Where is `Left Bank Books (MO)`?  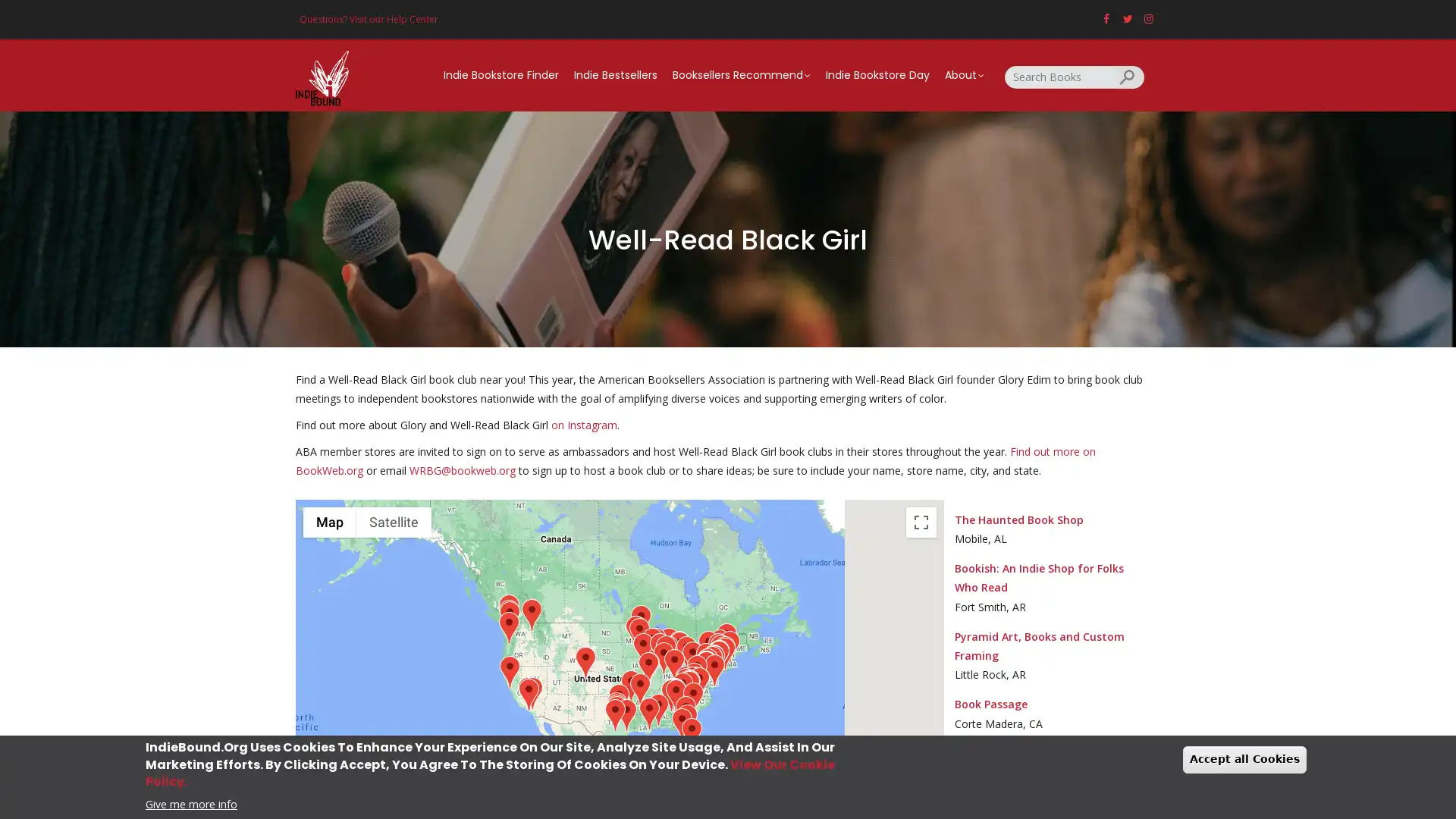 Left Bank Books (MO) is located at coordinates (648, 667).